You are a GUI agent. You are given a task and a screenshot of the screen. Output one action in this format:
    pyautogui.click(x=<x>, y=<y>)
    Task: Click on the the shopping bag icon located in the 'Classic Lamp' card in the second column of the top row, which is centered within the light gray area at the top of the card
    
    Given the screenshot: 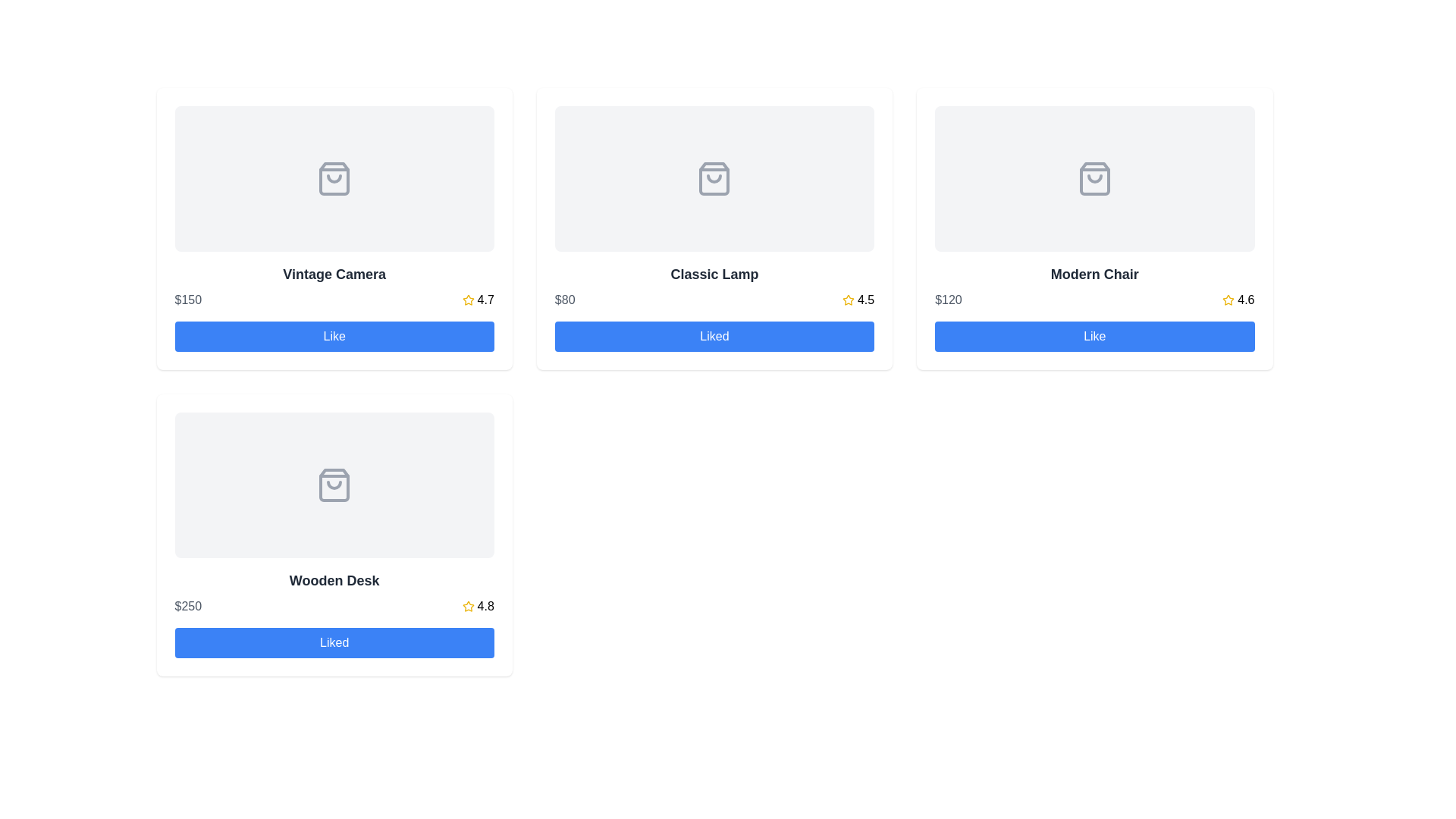 What is the action you would take?
    pyautogui.click(x=714, y=177)
    